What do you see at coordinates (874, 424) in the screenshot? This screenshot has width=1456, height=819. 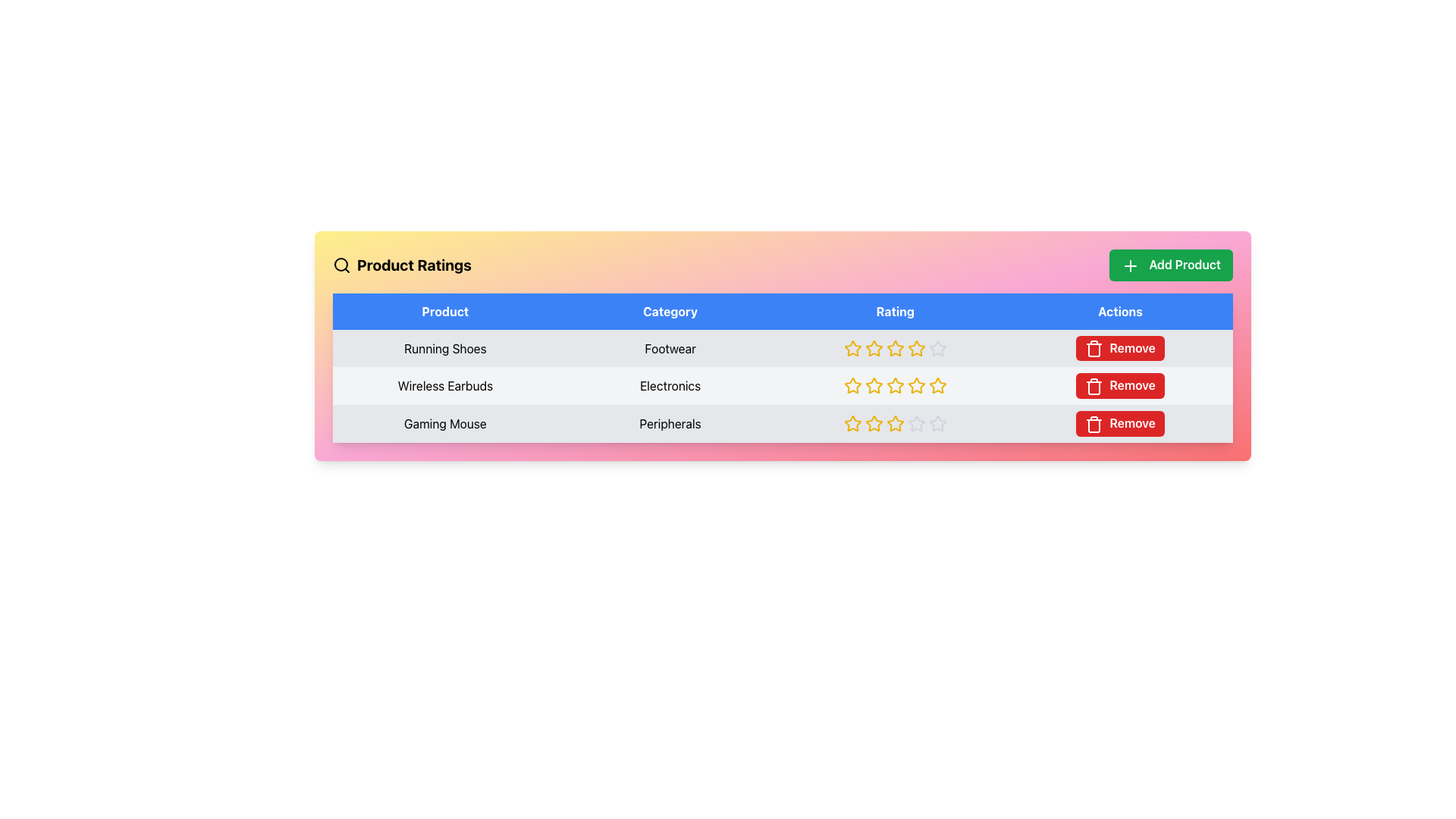 I see `the third star icon in the rating row for the product 'Gaming Mouse'` at bounding box center [874, 424].